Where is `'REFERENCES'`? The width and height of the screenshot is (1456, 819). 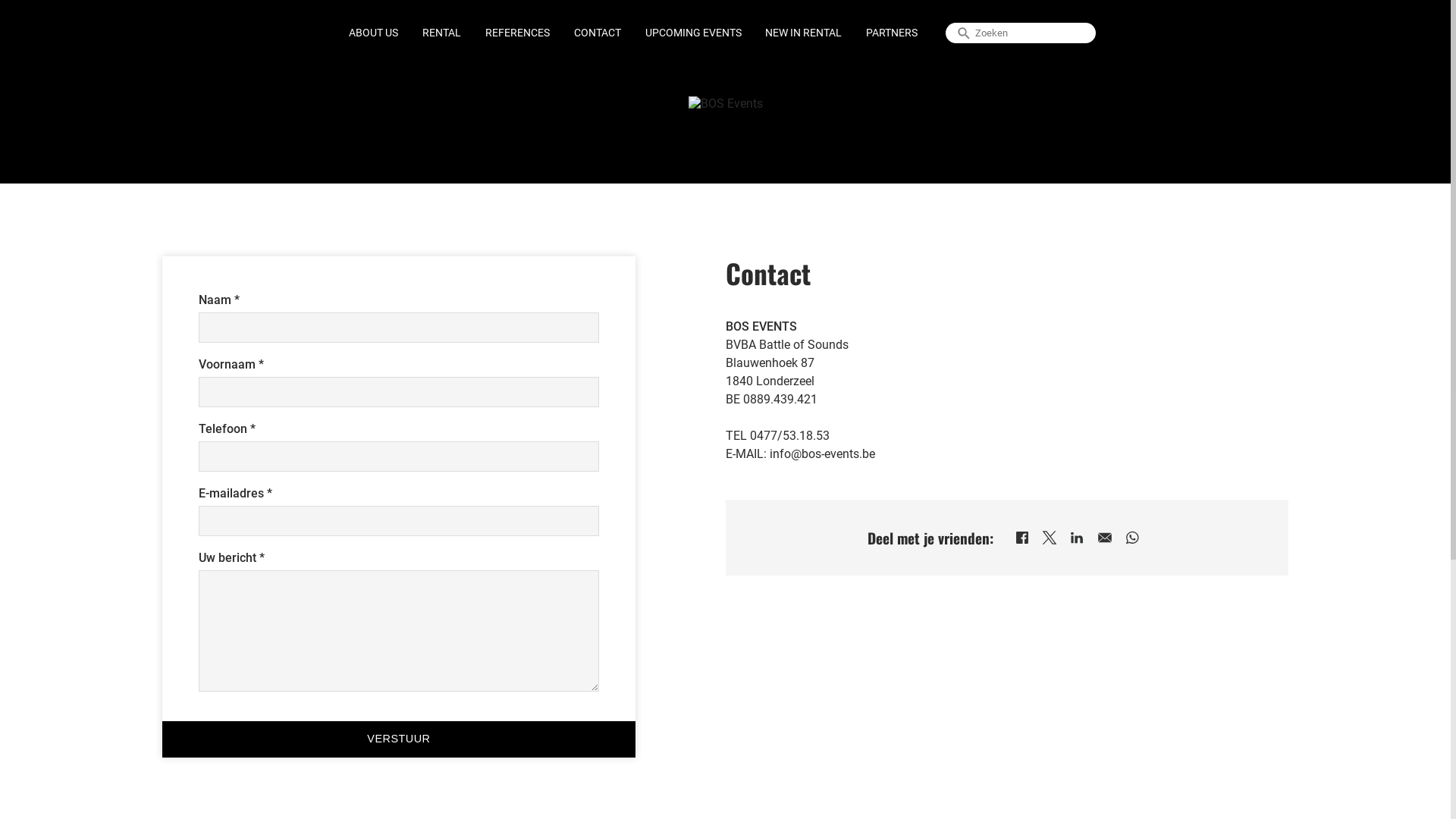
'REFERENCES' is located at coordinates (517, 33).